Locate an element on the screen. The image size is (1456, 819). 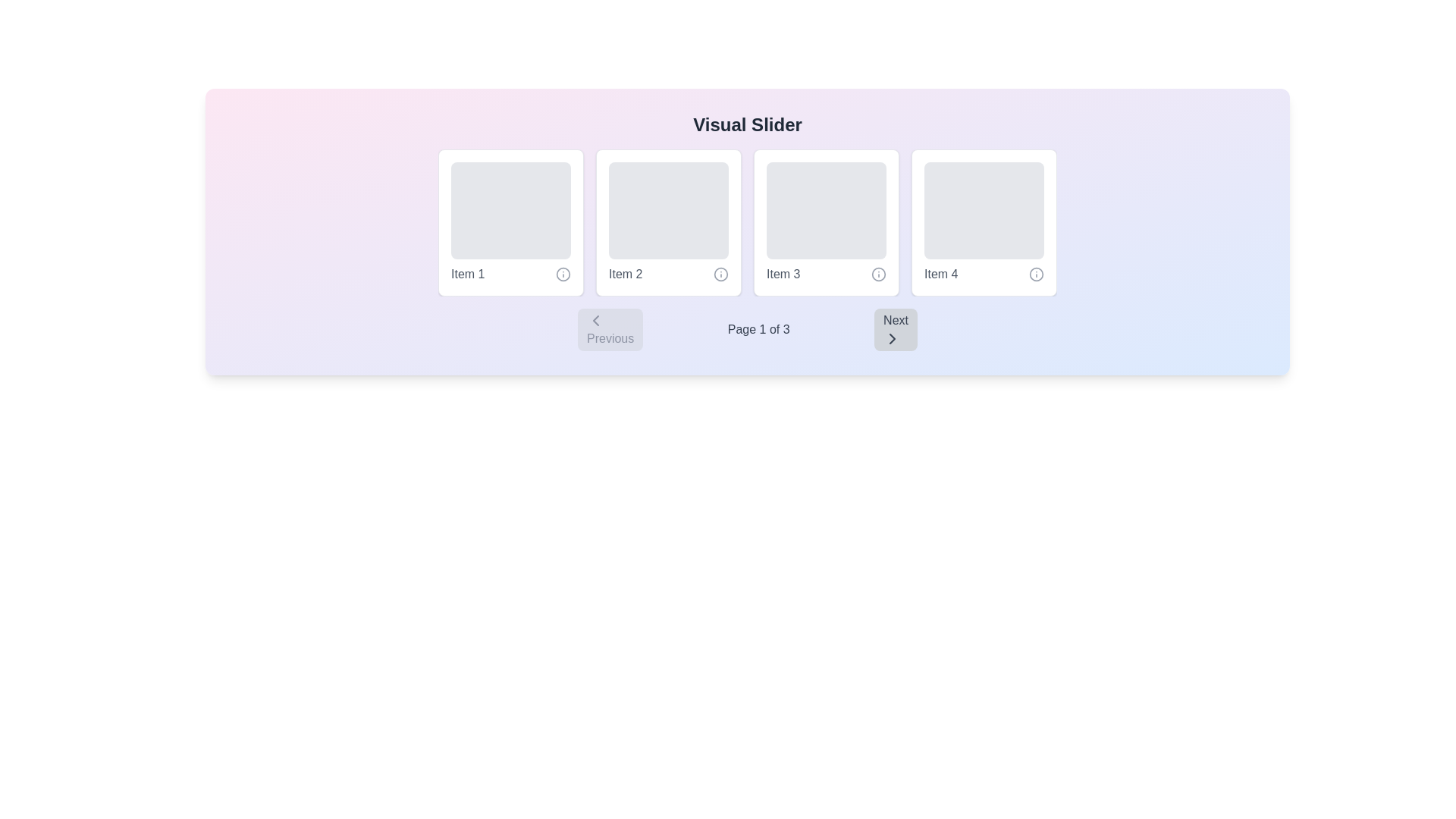
the information icon (circular outline) located at the lower right of the 'Item 4' card is located at coordinates (1036, 275).